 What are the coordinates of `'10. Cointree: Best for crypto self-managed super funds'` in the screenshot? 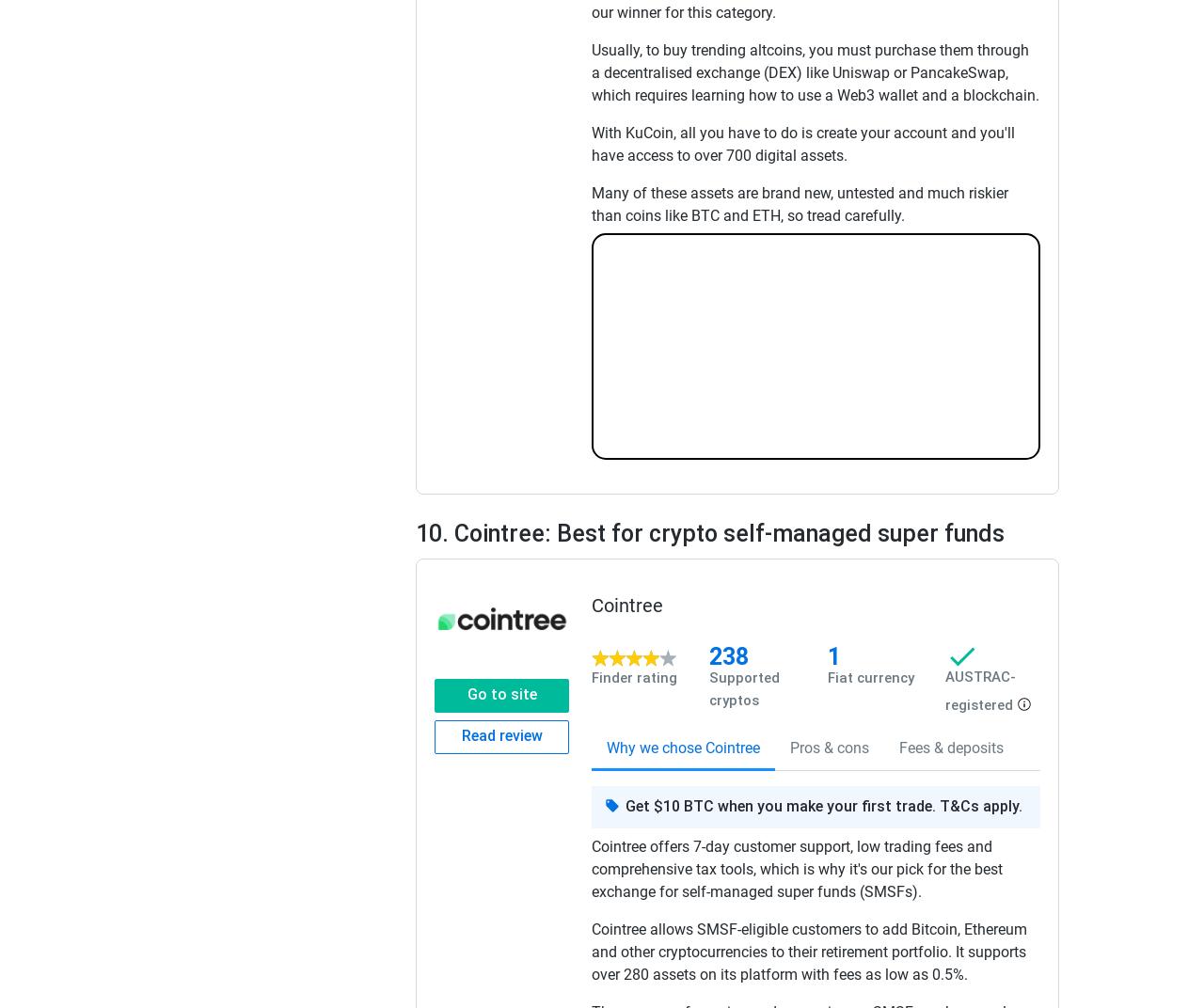 It's located at (708, 531).